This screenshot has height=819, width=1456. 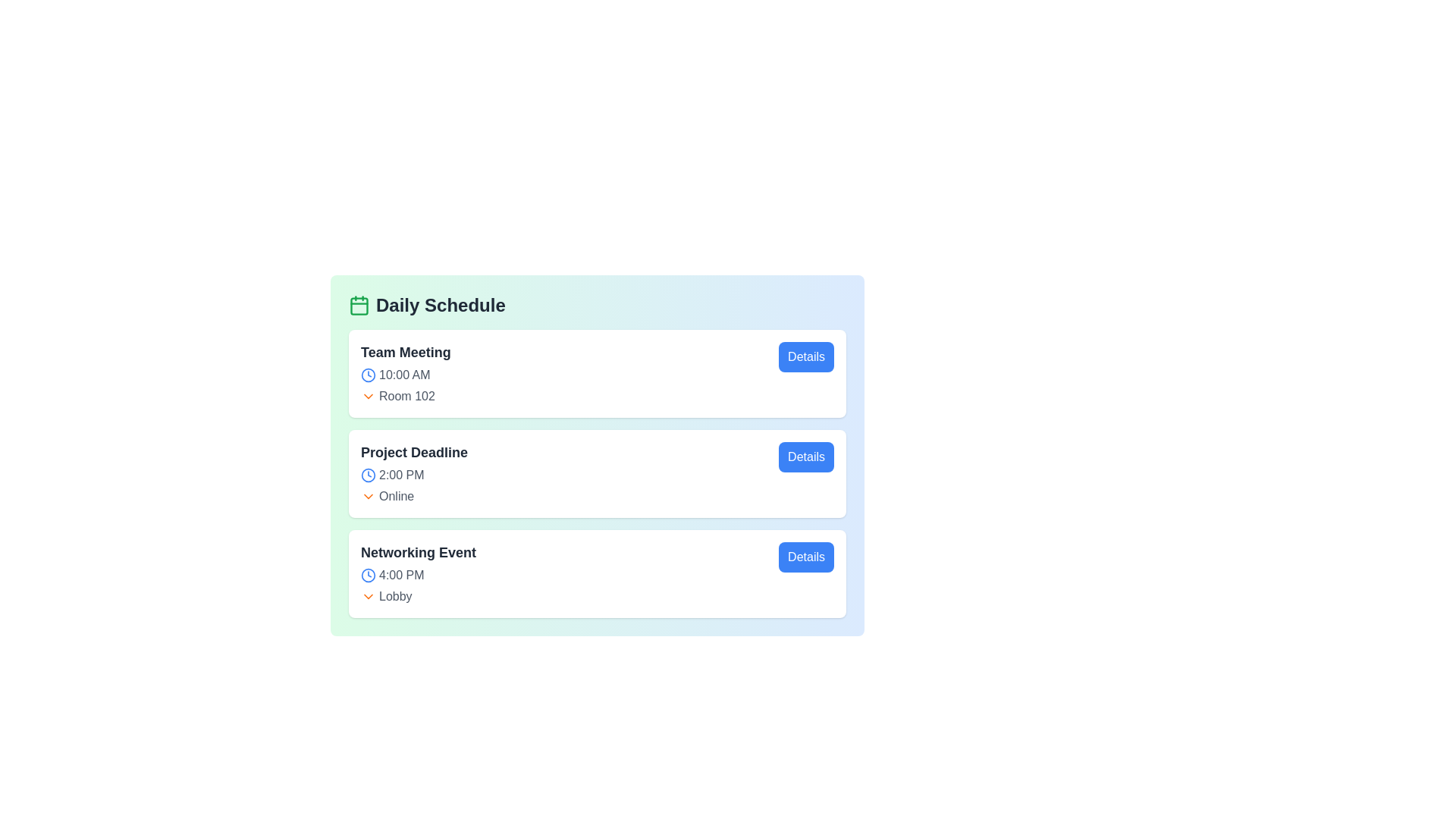 I want to click on the text element that indicates the time of the 'Networking Event', located in the 'Daily Schedule' section, positioned below the event title and above the location 'Lobby', so click(x=419, y=576).